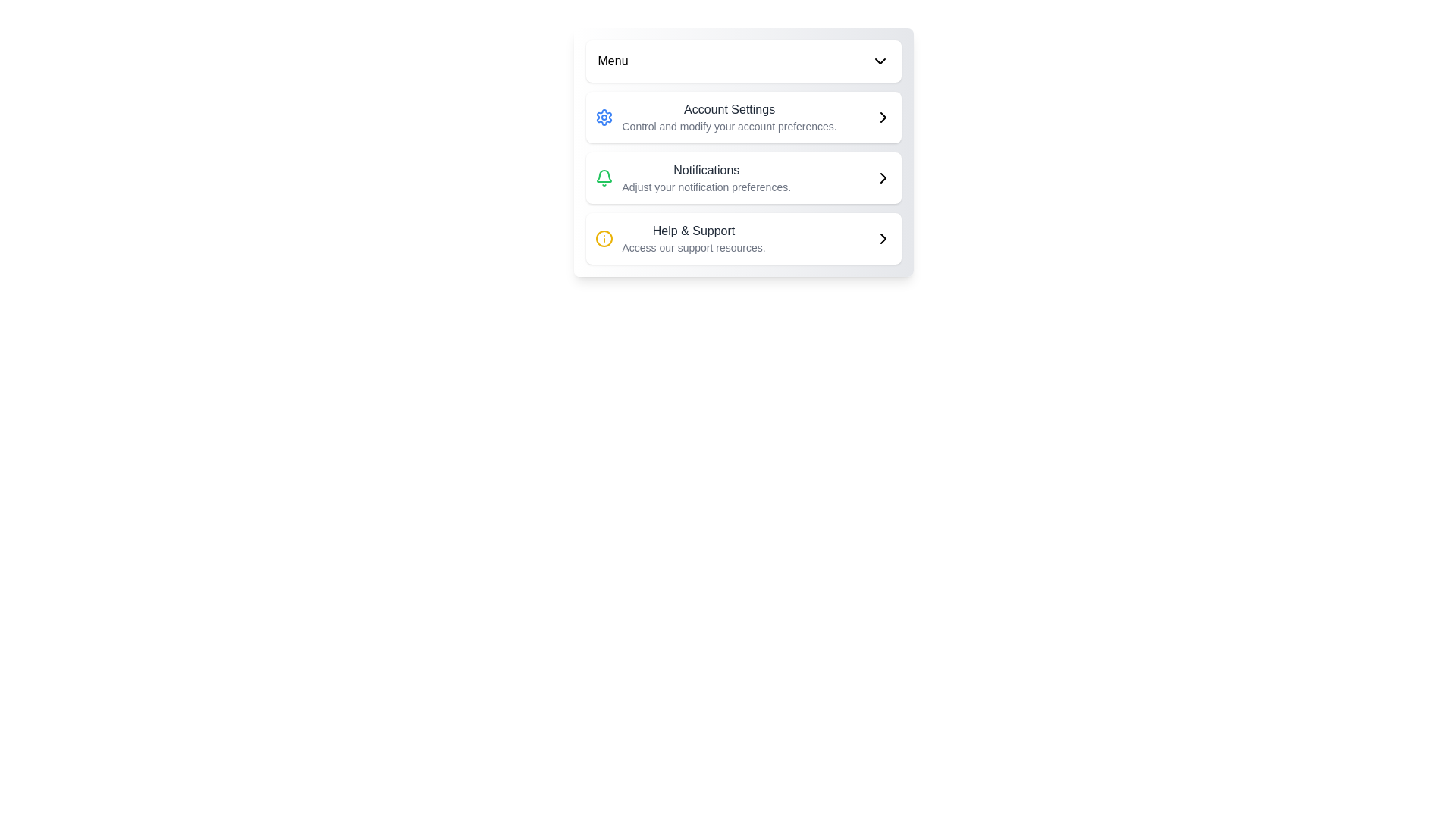 The width and height of the screenshot is (1456, 819). What do you see at coordinates (603, 239) in the screenshot?
I see `the help icon located to the left of the 'Help & Support' text in the bottom position of the vertically stacked menu layout` at bounding box center [603, 239].